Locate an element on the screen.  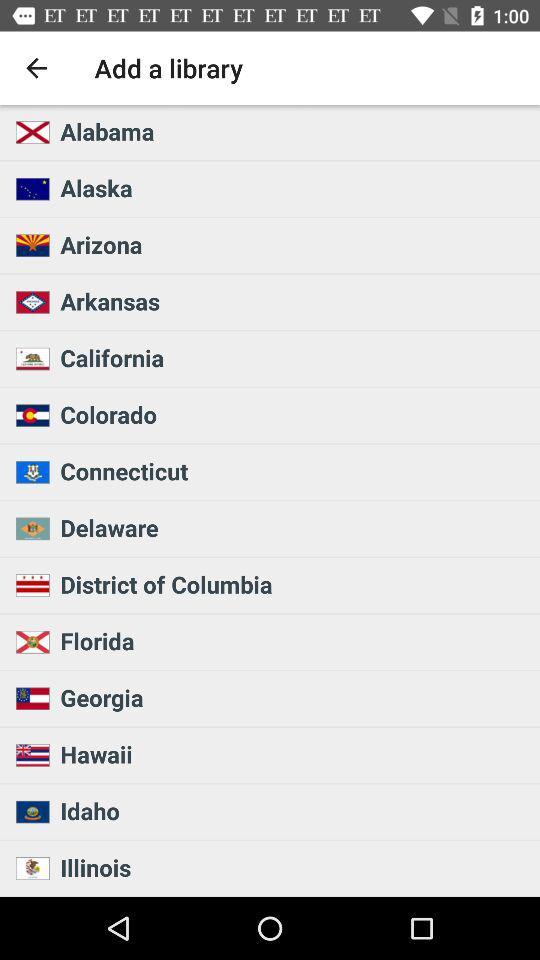
the arizona is located at coordinates (293, 243).